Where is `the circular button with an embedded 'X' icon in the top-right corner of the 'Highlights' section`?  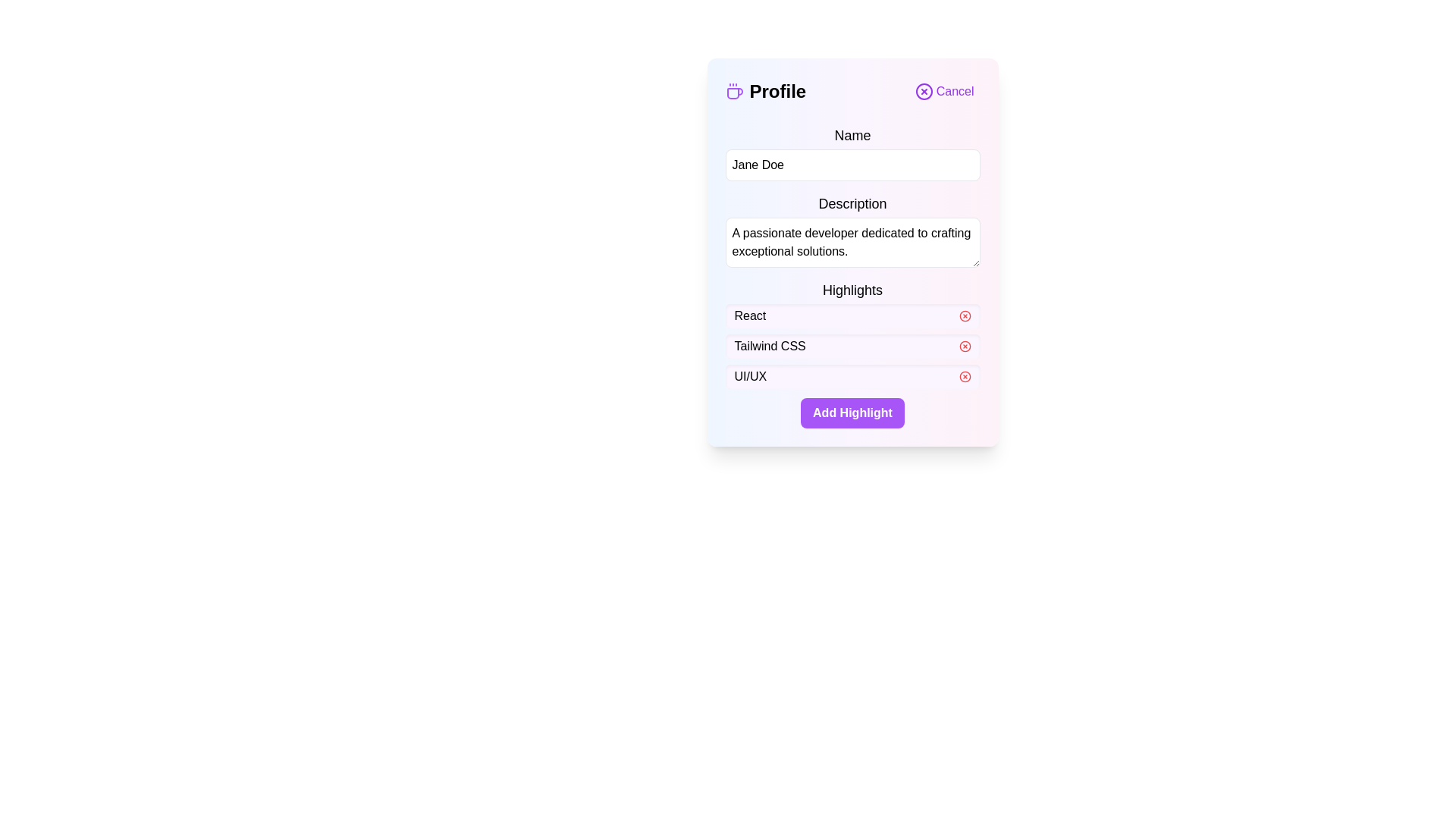
the circular button with an embedded 'X' icon in the top-right corner of the 'Highlights' section is located at coordinates (964, 315).